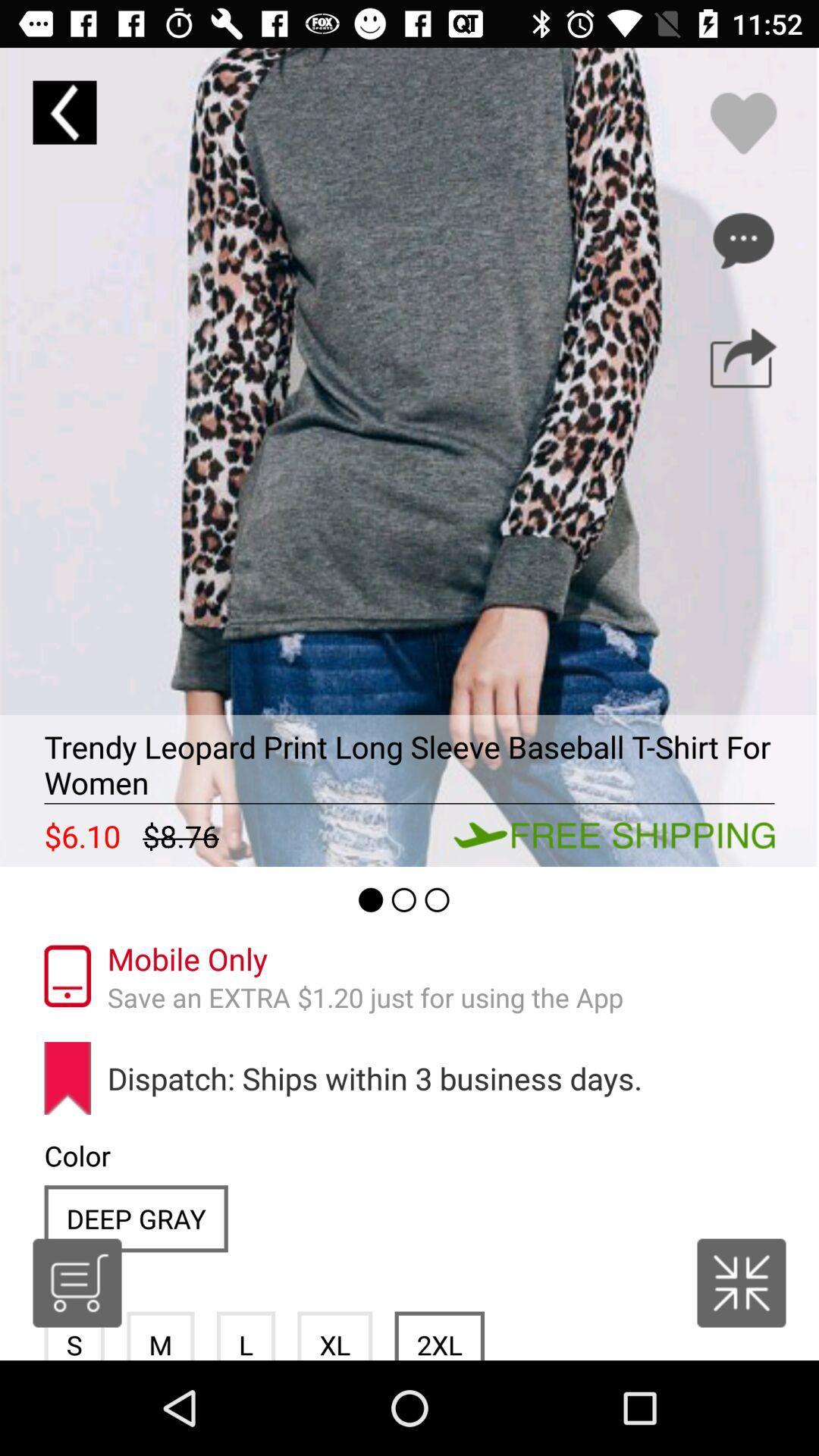 Image resolution: width=819 pixels, height=1456 pixels. Describe the element at coordinates (742, 123) in the screenshot. I see `like button` at that location.